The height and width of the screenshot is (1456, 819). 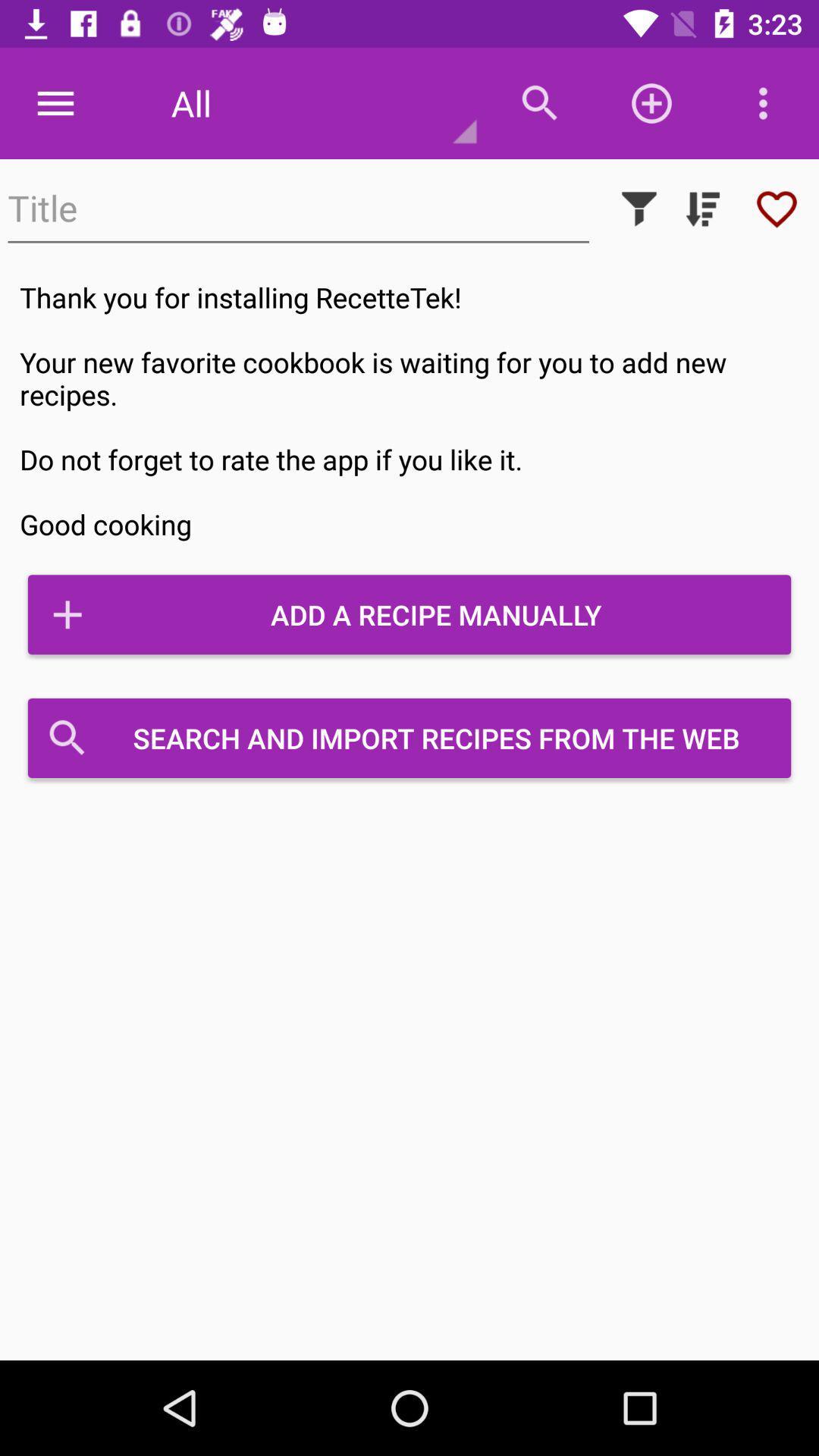 What do you see at coordinates (298, 208) in the screenshot?
I see `the icon above thank you for` at bounding box center [298, 208].